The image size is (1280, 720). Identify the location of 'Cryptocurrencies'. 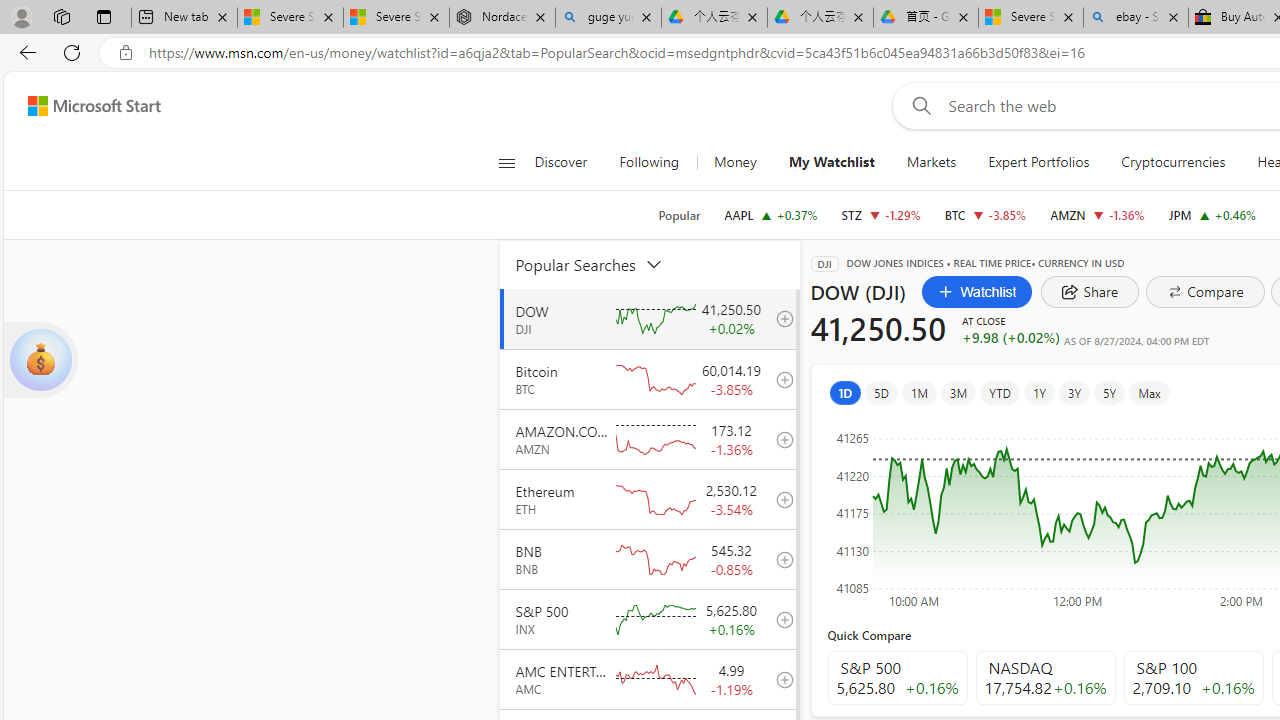
(1173, 162).